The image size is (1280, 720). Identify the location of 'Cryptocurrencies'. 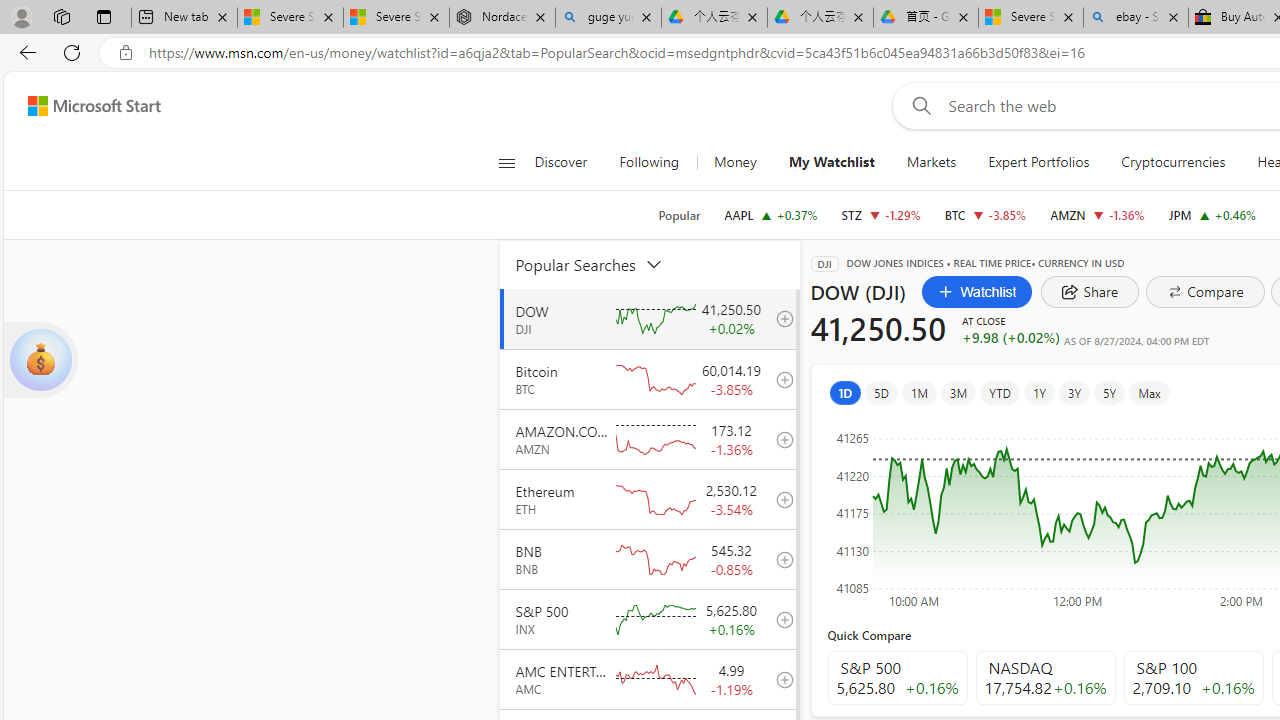
(1173, 162).